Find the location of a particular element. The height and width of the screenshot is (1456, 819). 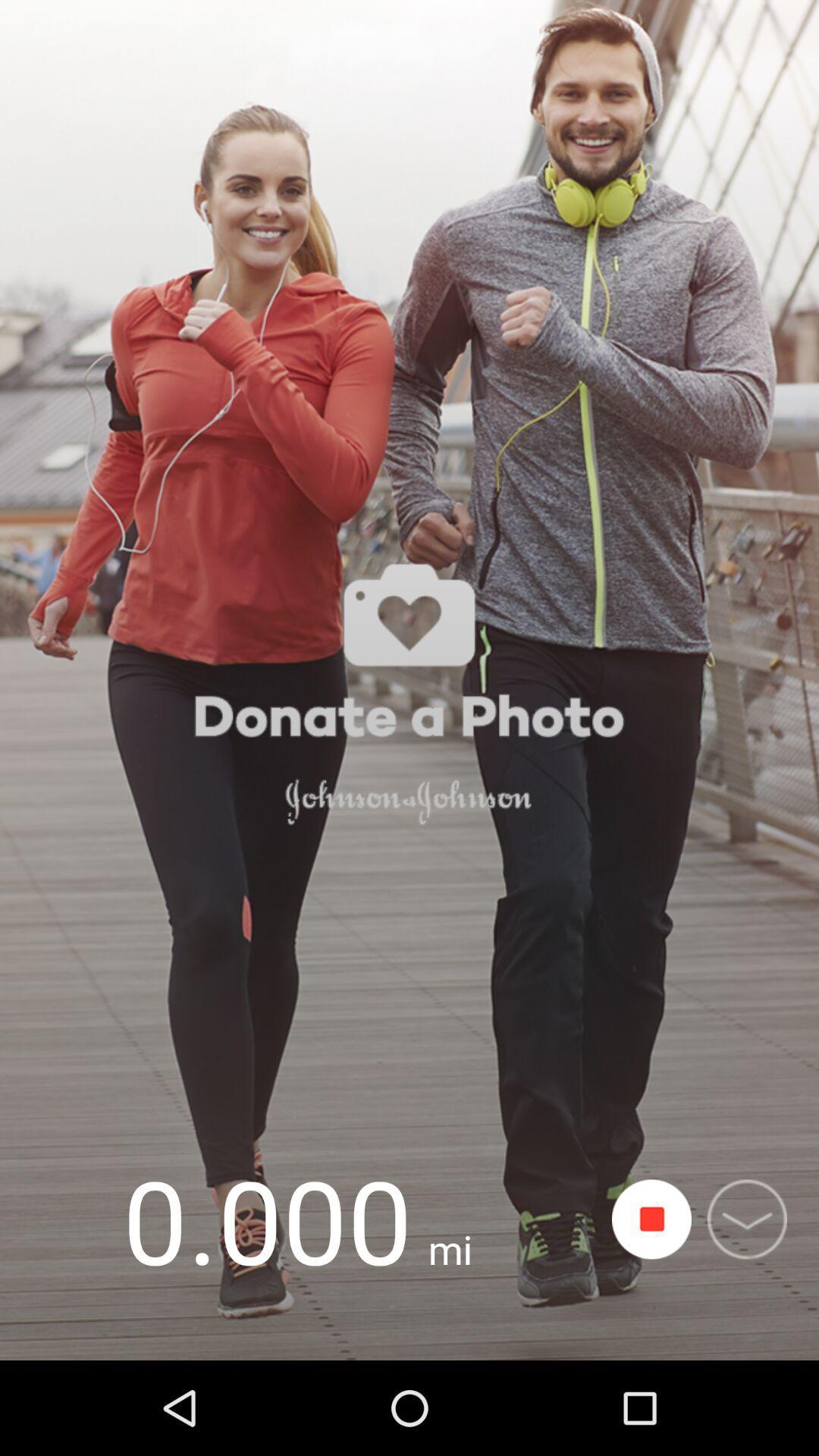

start is located at coordinates (651, 1219).